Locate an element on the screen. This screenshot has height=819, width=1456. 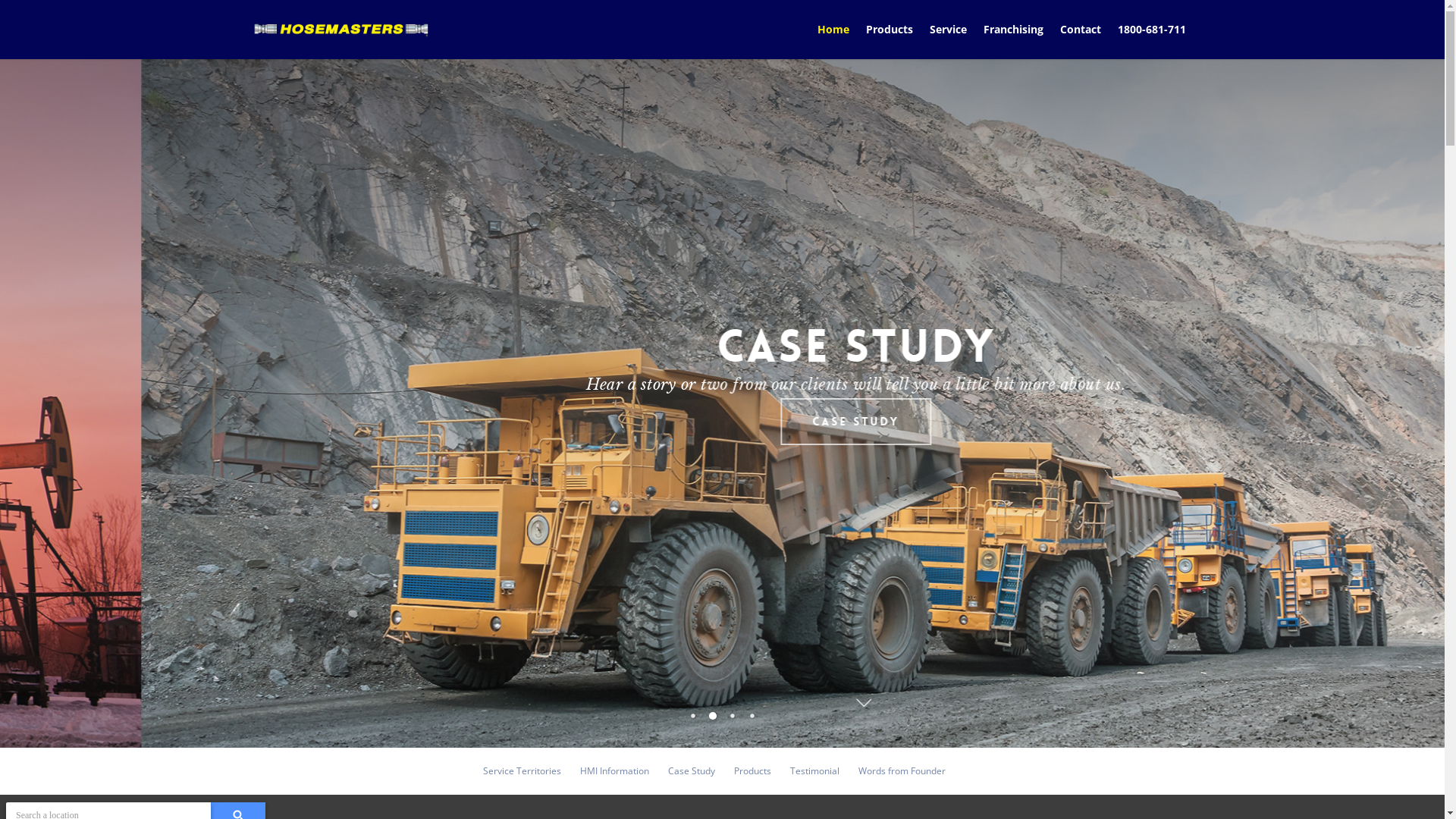
'1800-681-711' is located at coordinates (1110, 39).